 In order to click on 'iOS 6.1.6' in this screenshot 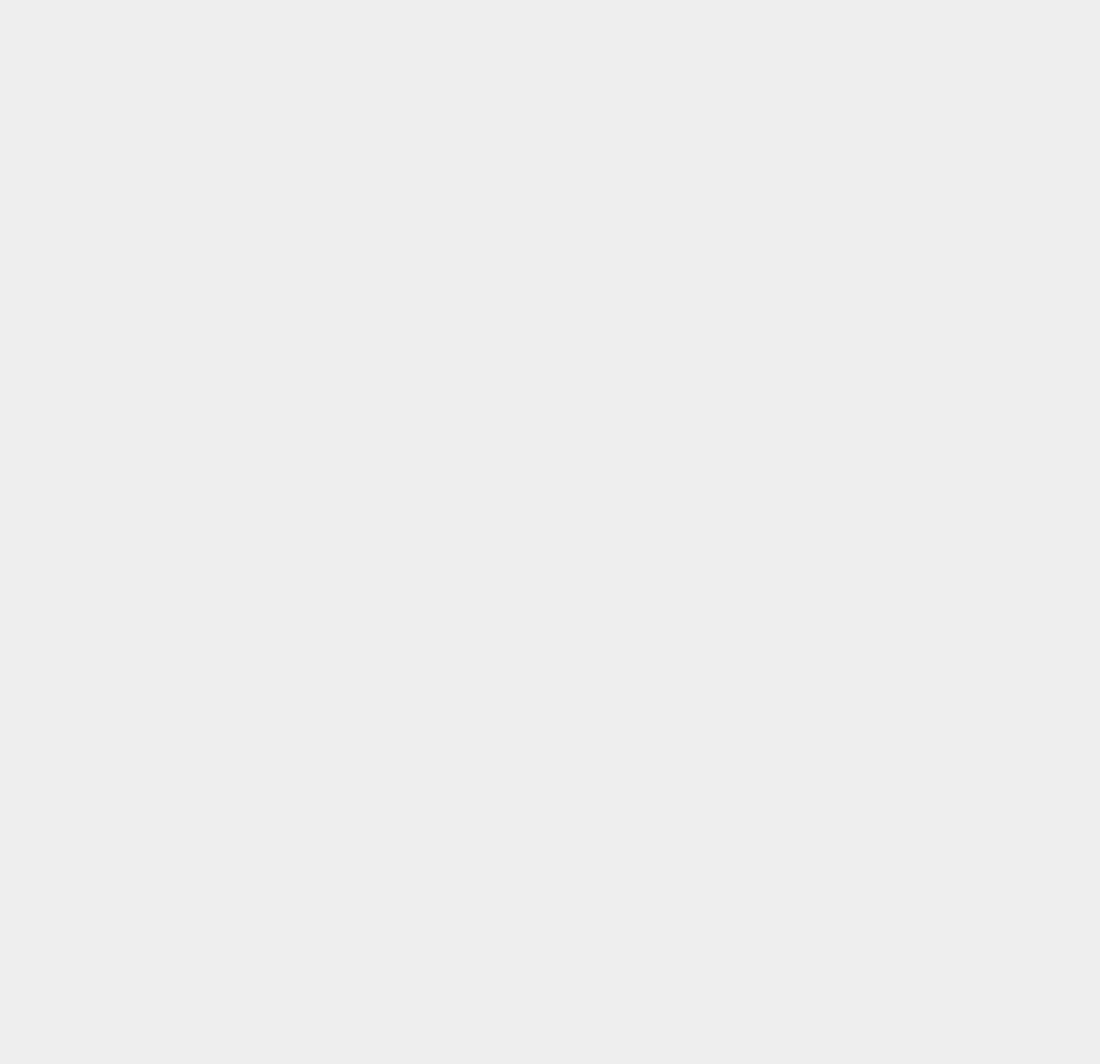, I will do `click(778, 67)`.